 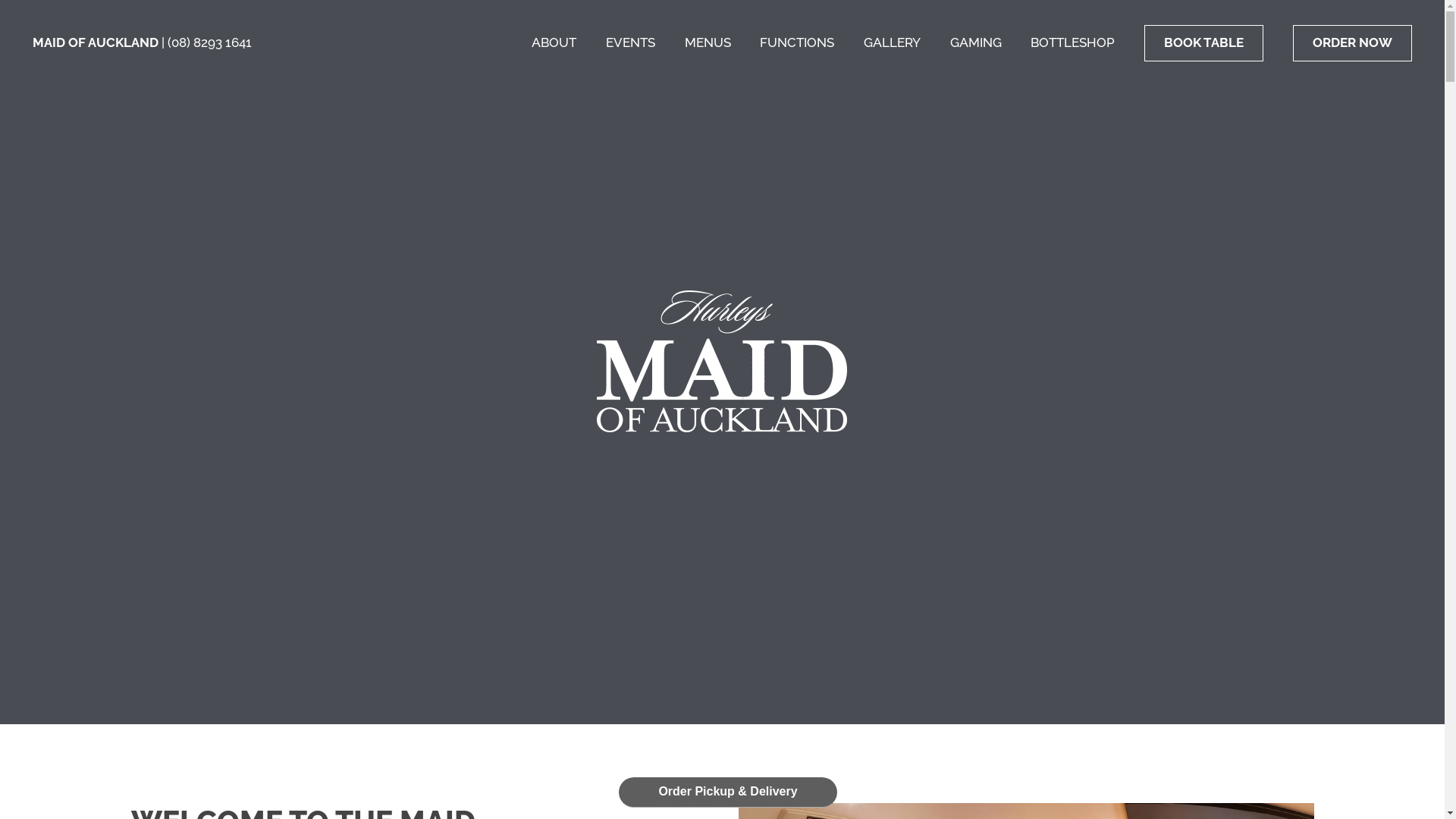 I want to click on 'MENUS', so click(x=683, y=42).